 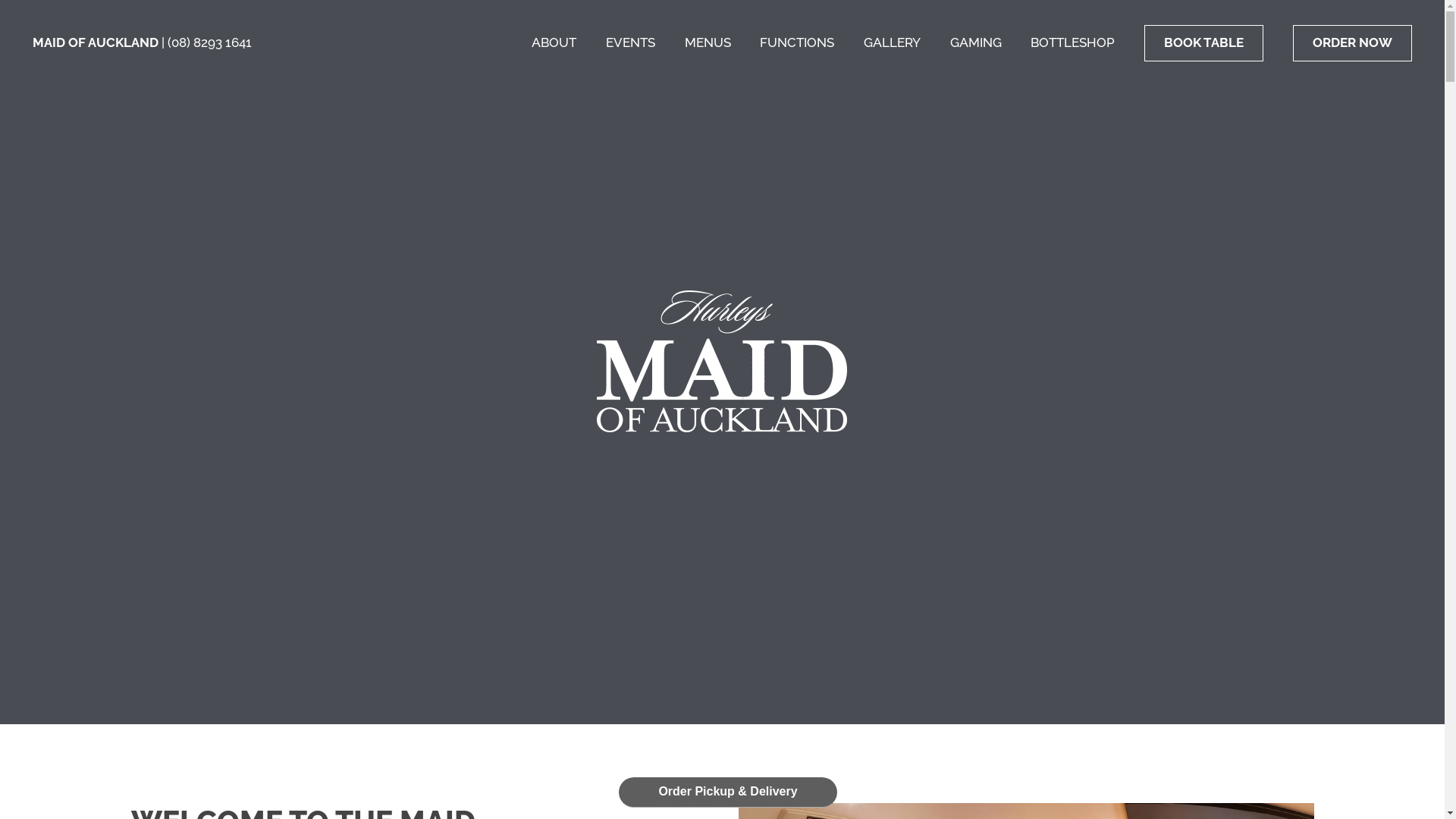 I want to click on 'MENUS', so click(x=683, y=42).